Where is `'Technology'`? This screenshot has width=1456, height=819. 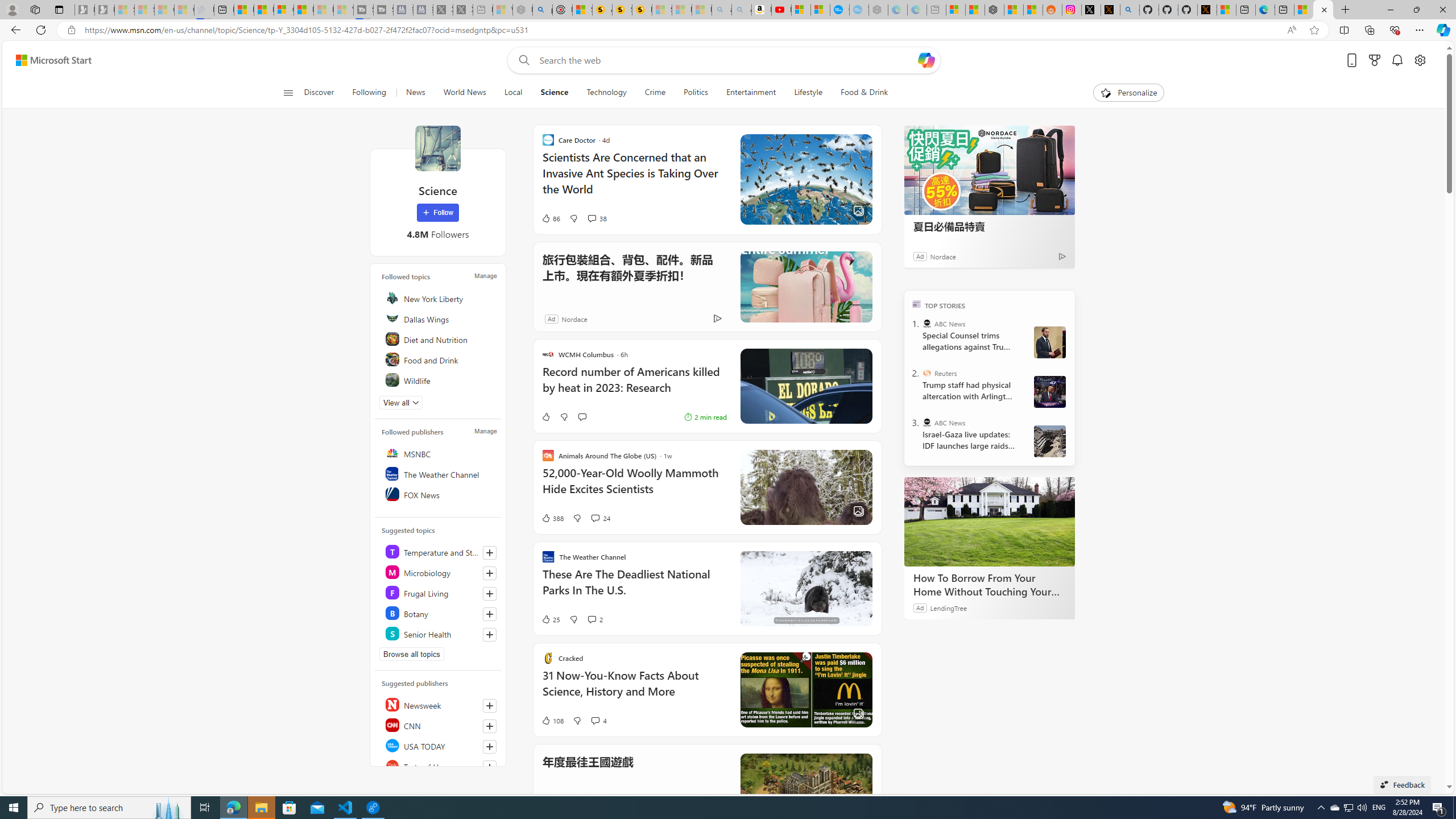 'Technology' is located at coordinates (606, 92).